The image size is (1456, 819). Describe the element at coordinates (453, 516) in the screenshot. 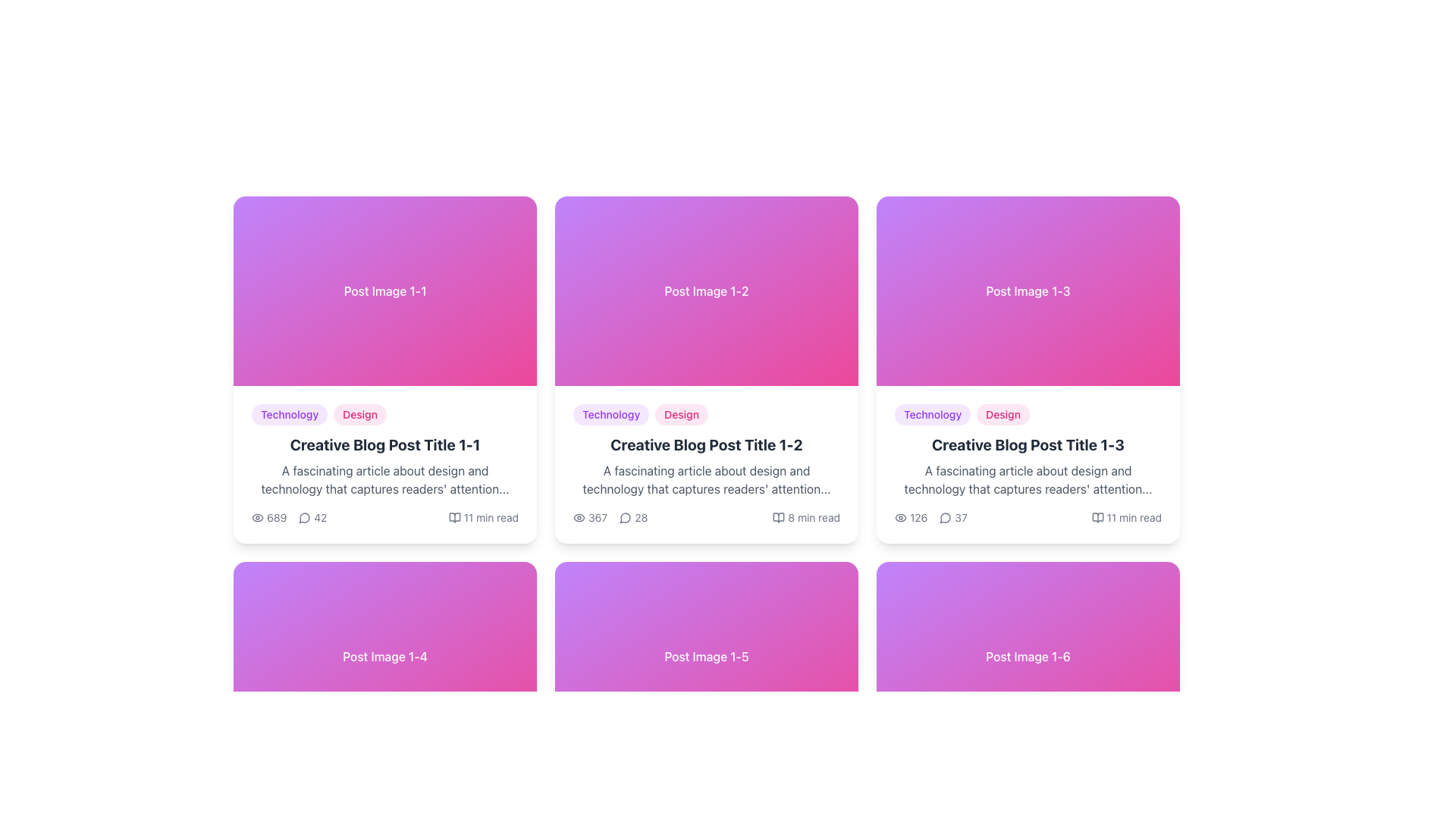

I see `the reading material icon located at the bottom-right corner of the 'Creative Blog Post Title 1-1' card, adjacent to the '11 min read' text` at that location.